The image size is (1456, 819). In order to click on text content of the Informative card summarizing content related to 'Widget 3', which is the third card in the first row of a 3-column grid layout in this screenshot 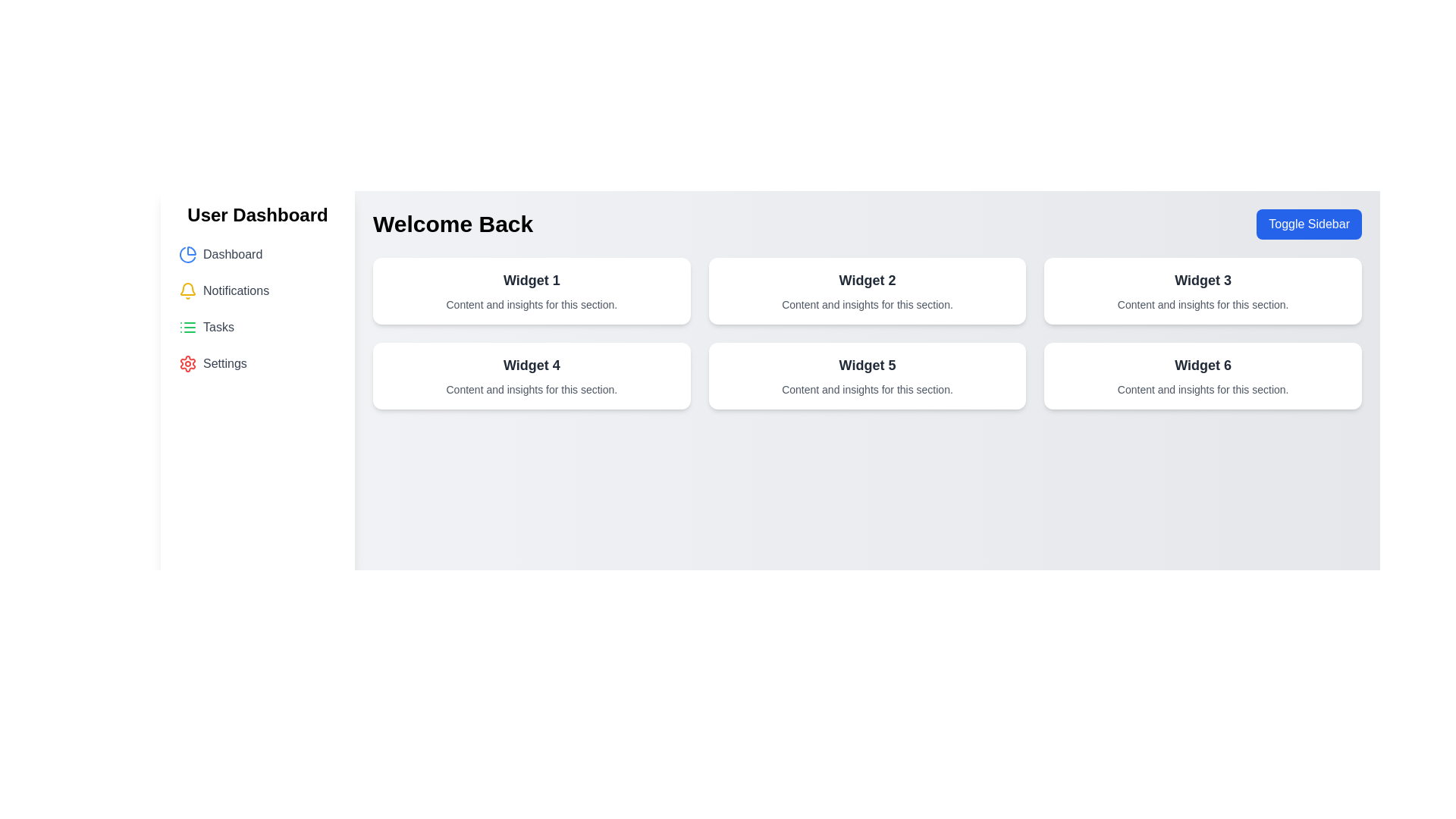, I will do `click(1202, 291)`.